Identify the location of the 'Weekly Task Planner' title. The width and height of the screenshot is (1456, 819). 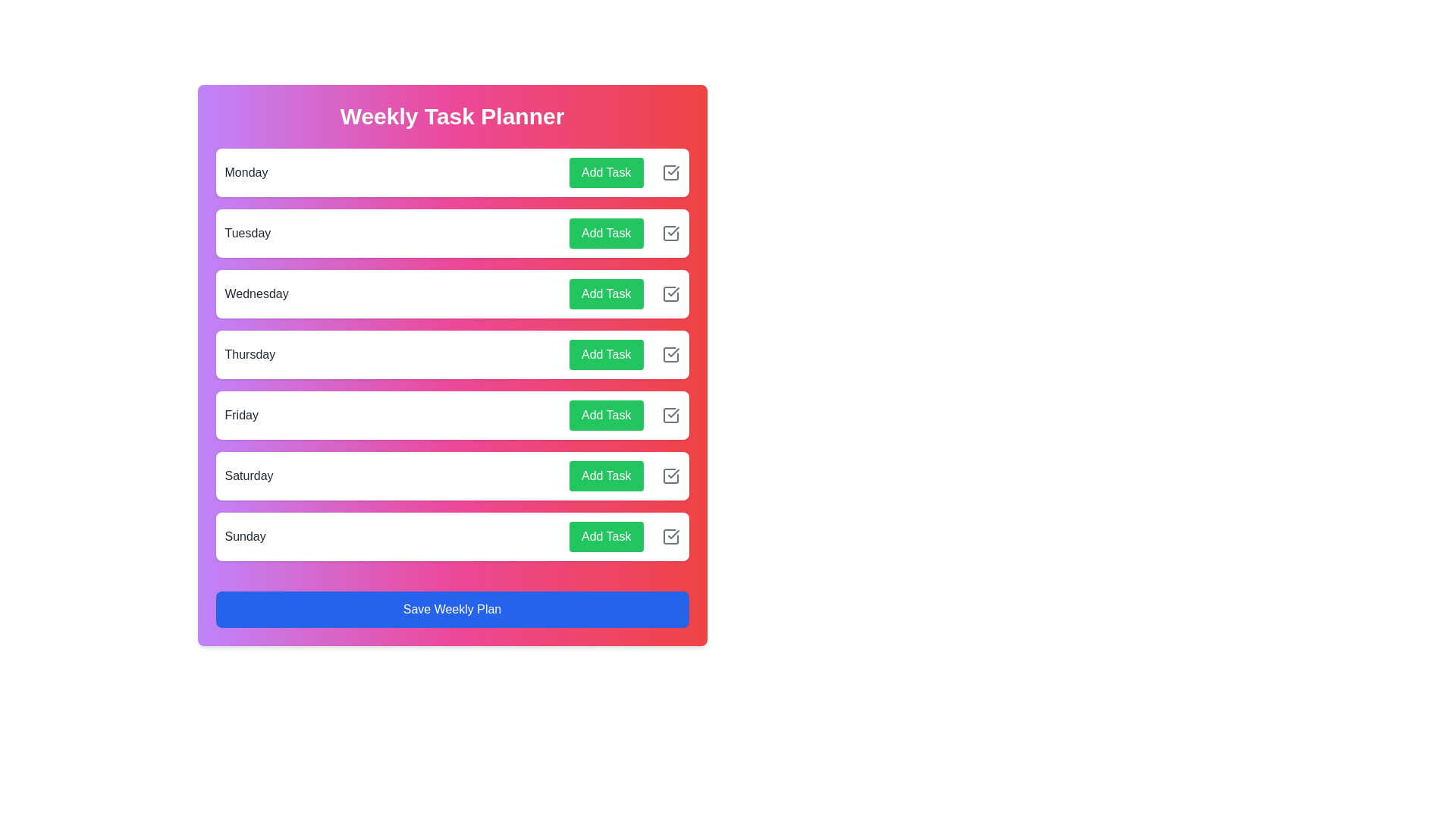
(451, 116).